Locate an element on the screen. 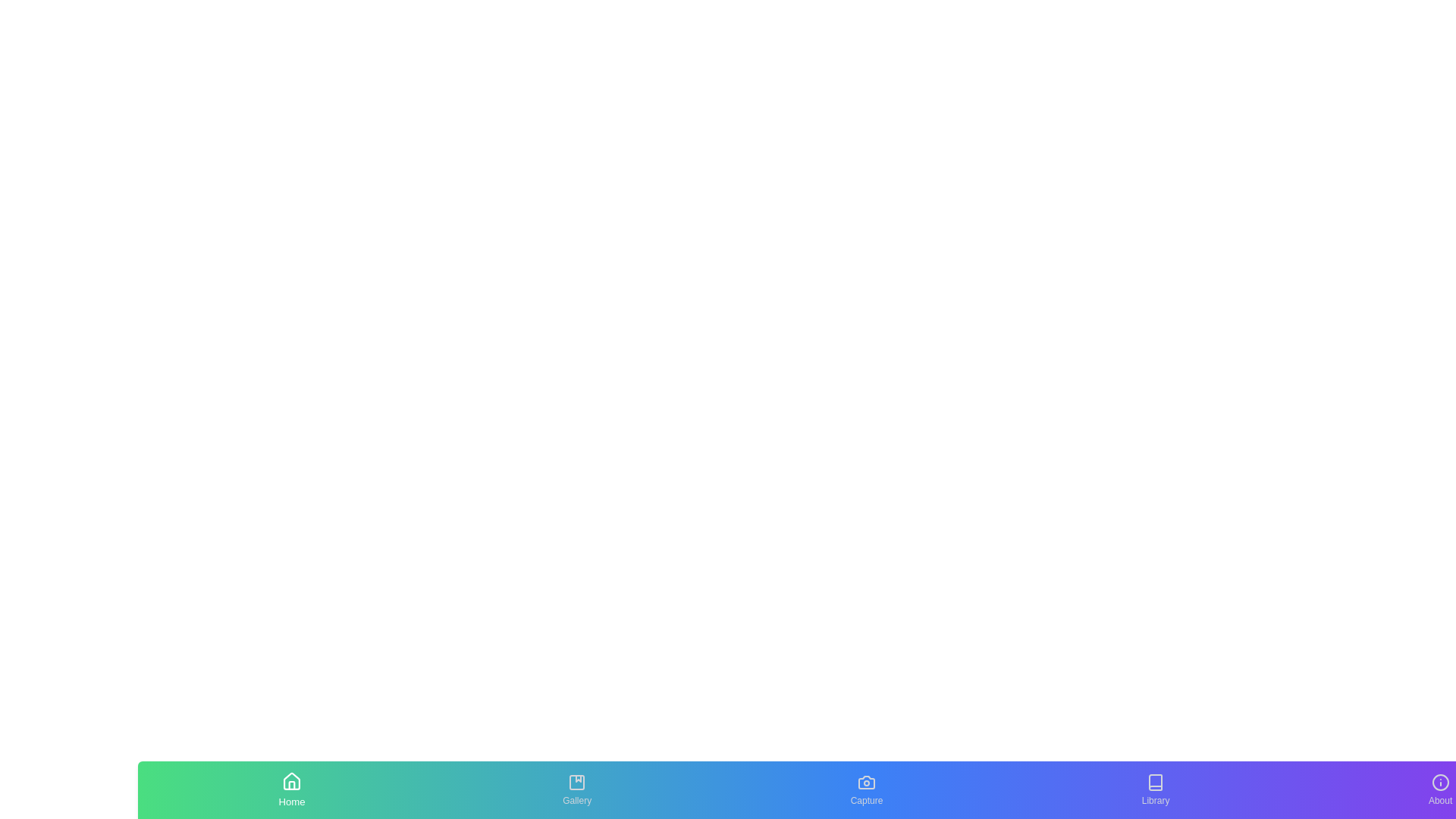 The image size is (1456, 819). the tab labeled Library to inspect its text is located at coordinates (1155, 789).